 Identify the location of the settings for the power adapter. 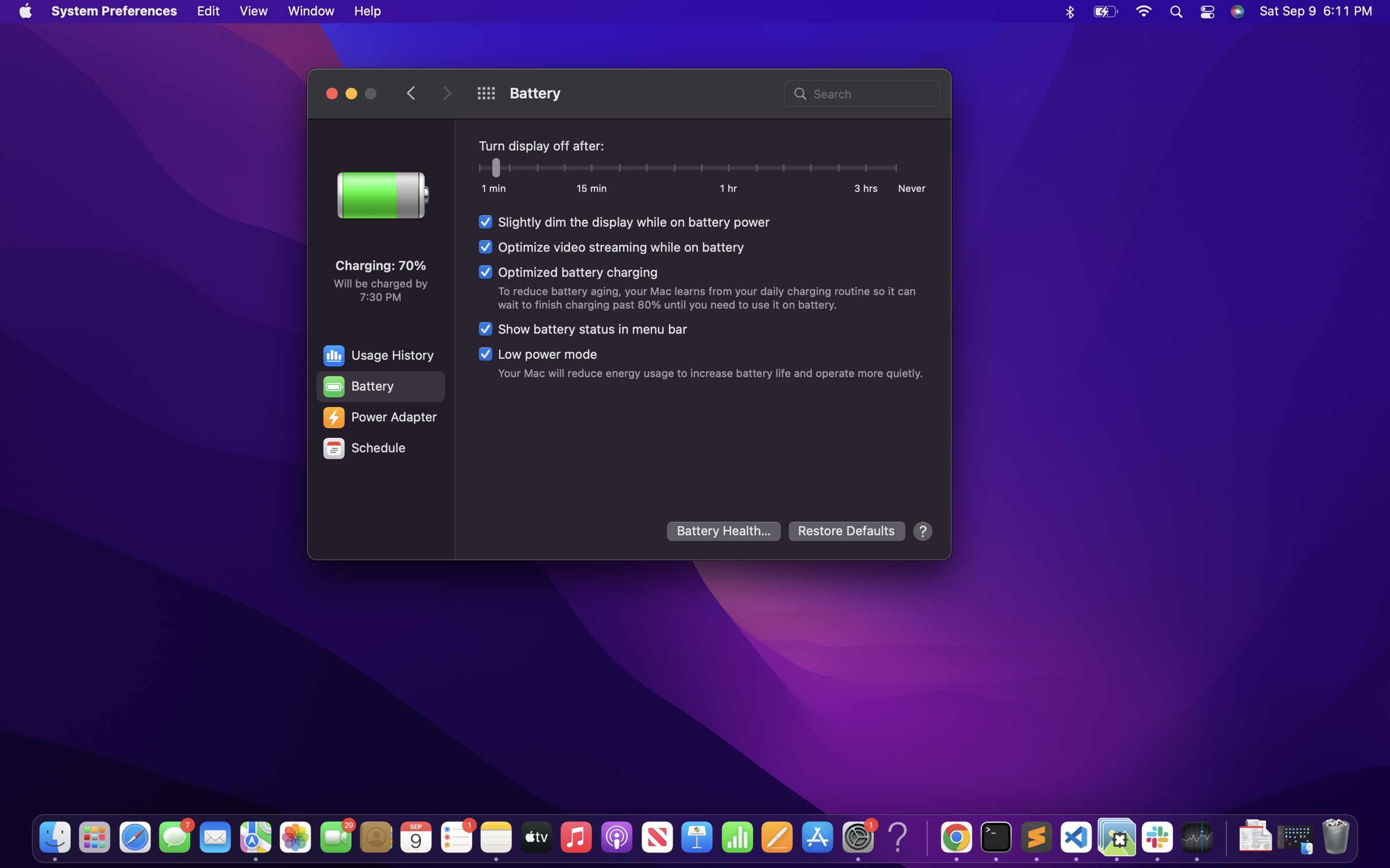
(379, 417).